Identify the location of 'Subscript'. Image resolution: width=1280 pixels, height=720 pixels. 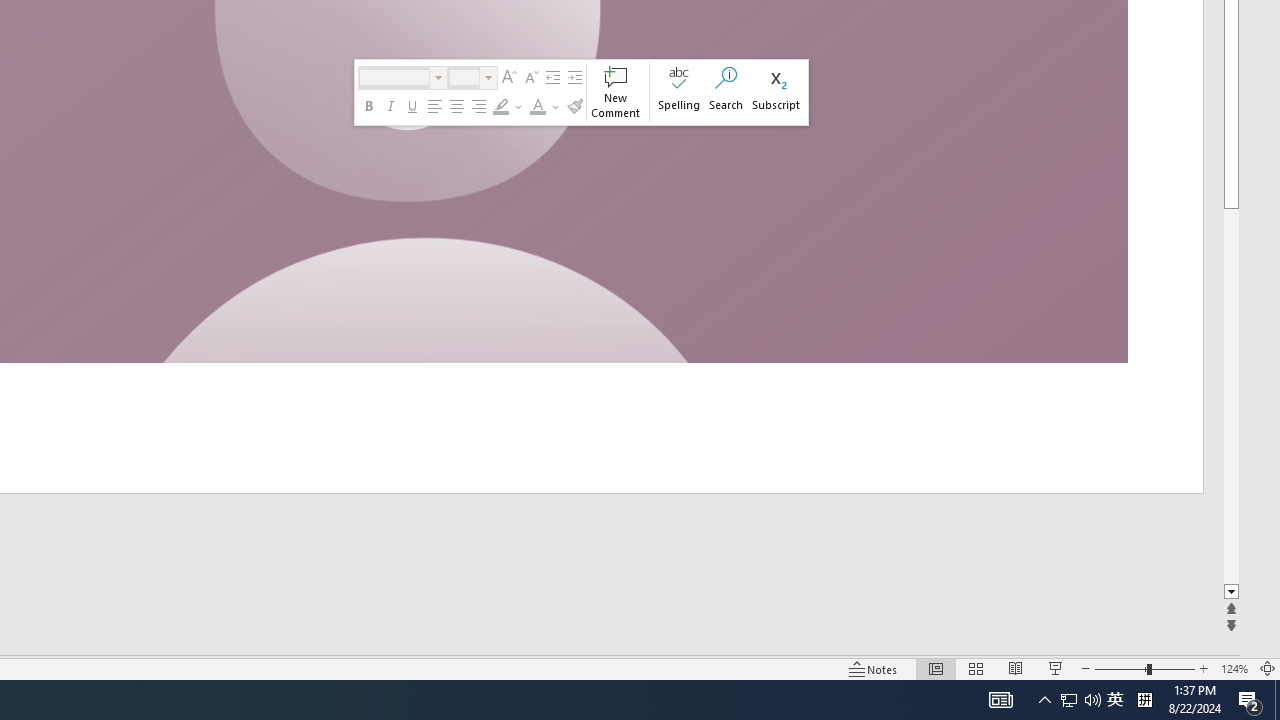
(775, 92).